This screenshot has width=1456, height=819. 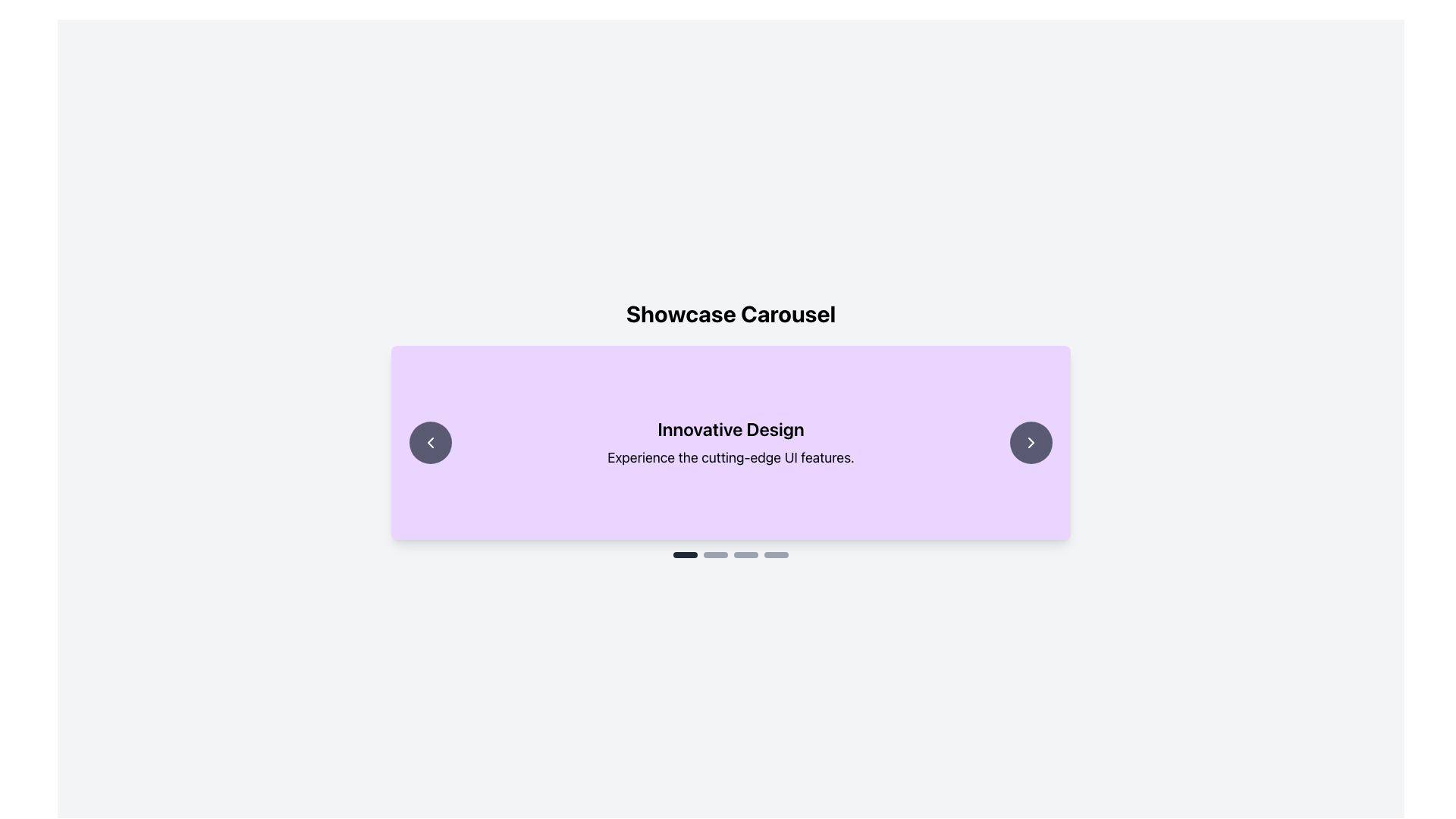 What do you see at coordinates (731, 442) in the screenshot?
I see `text from the 'Innovative Design' text block element, which is centered within a purple rectangular card and contains the messages 'Innovative Design' and 'Experience the cutting-edge UI features.'` at bounding box center [731, 442].